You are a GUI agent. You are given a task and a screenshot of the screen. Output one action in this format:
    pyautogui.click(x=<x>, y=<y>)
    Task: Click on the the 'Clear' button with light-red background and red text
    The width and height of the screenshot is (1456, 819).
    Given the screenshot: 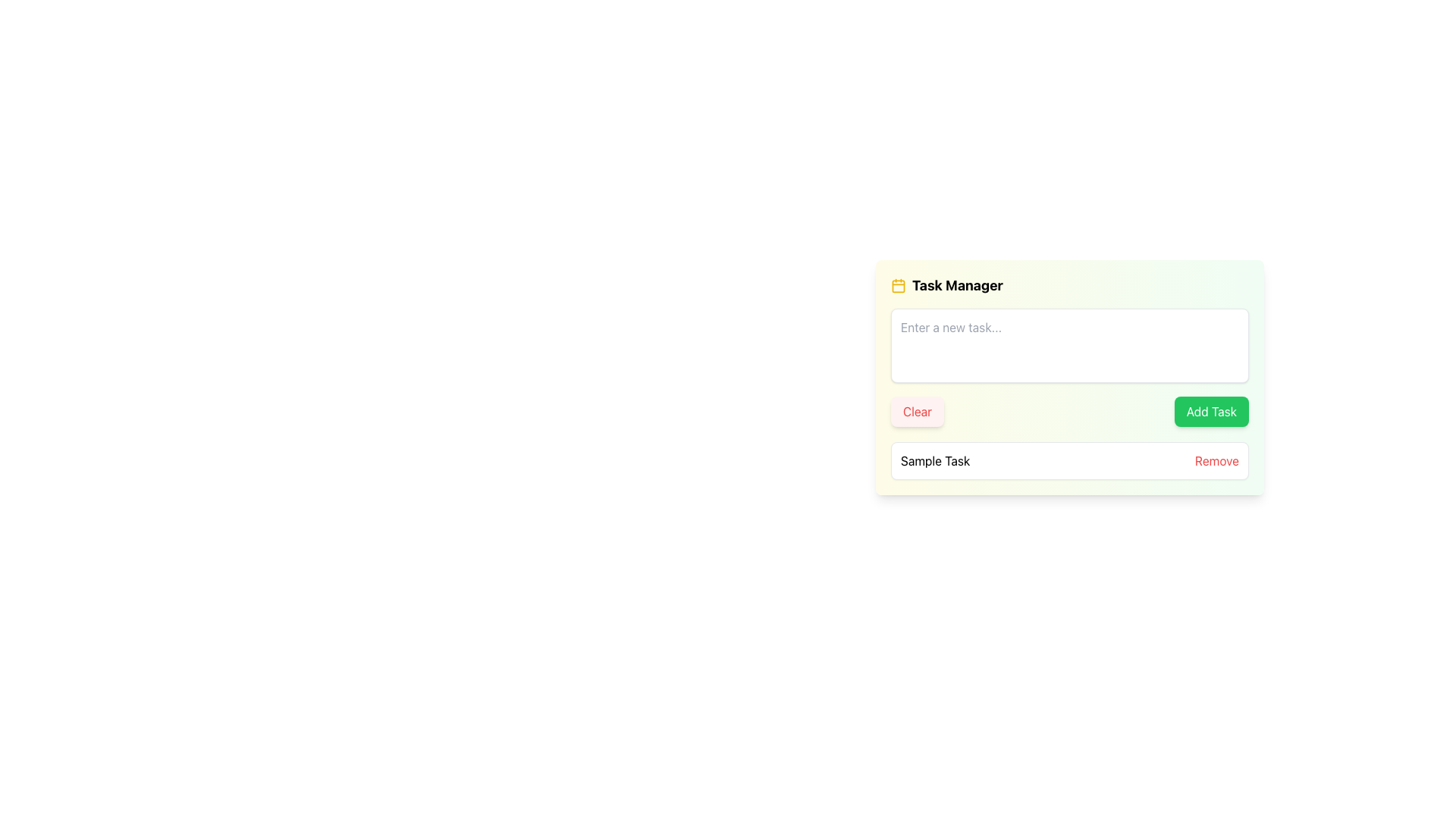 What is the action you would take?
    pyautogui.click(x=916, y=412)
    